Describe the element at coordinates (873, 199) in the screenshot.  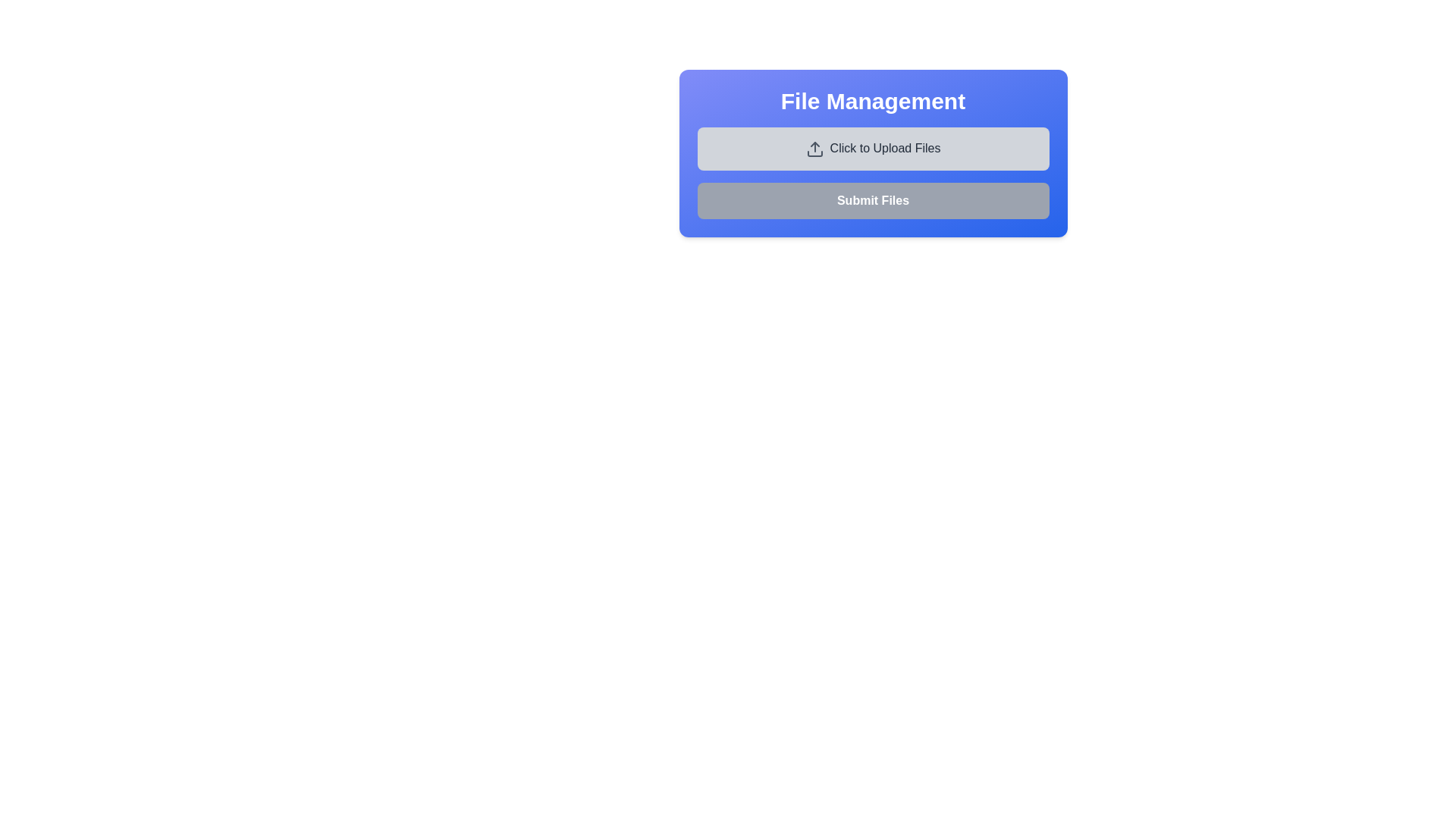
I see `the disabled submit button located within the 'File Management' panel, which is directly below the 'Click to Upload Files' button` at that location.